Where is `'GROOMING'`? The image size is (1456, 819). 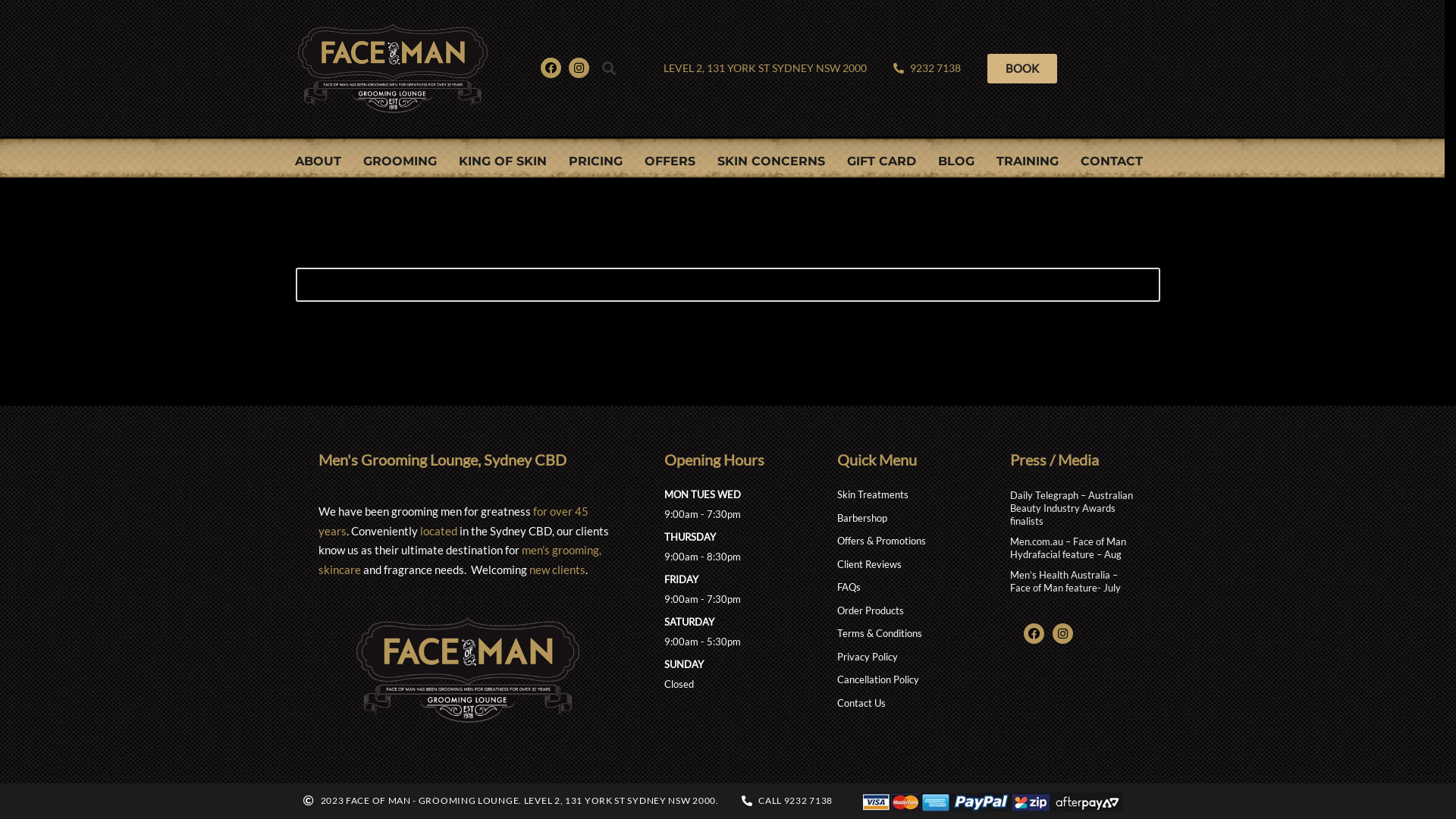 'GROOMING' is located at coordinates (399, 161).